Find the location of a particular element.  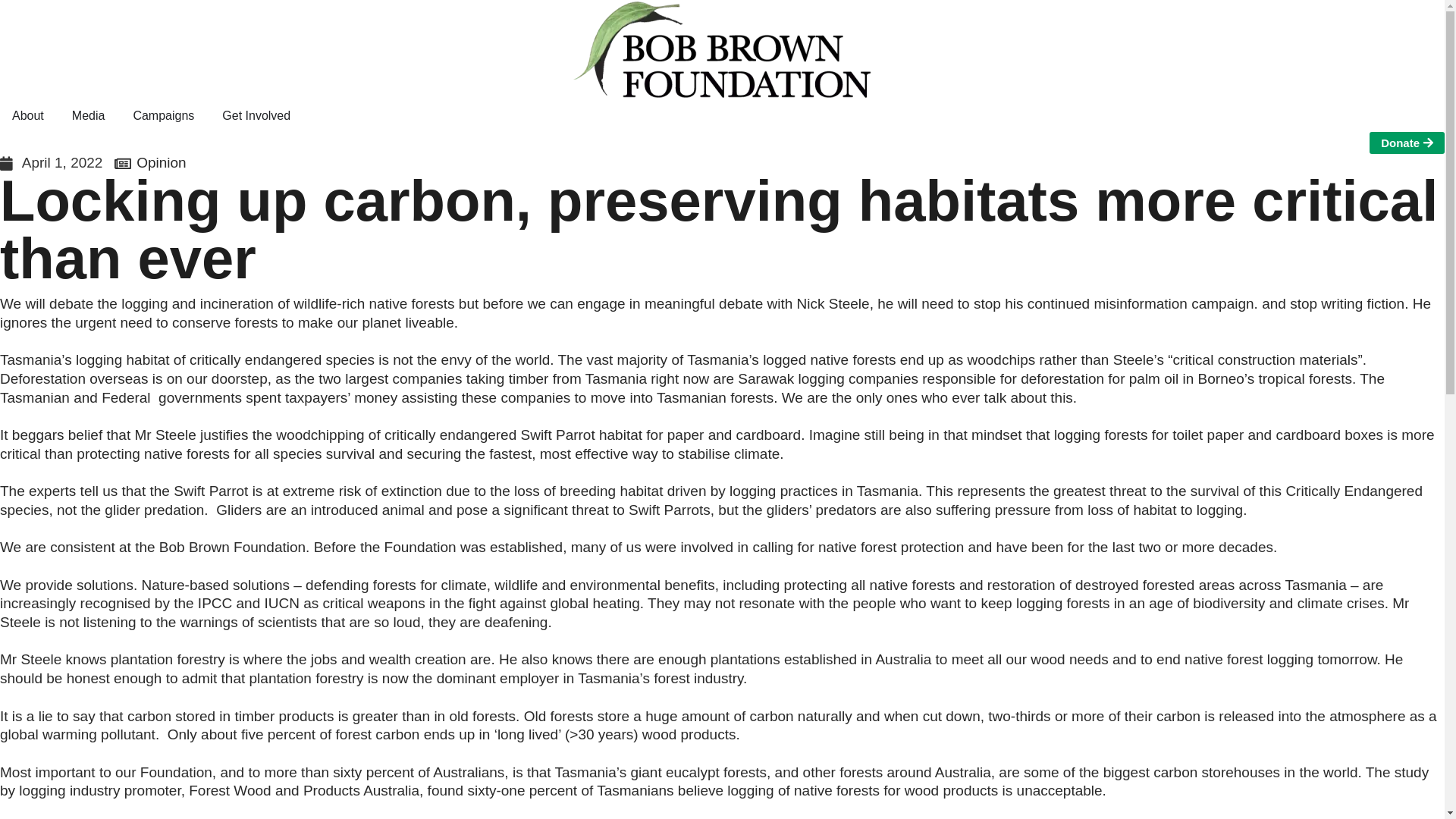

'April 1, 2022' is located at coordinates (0, 163).